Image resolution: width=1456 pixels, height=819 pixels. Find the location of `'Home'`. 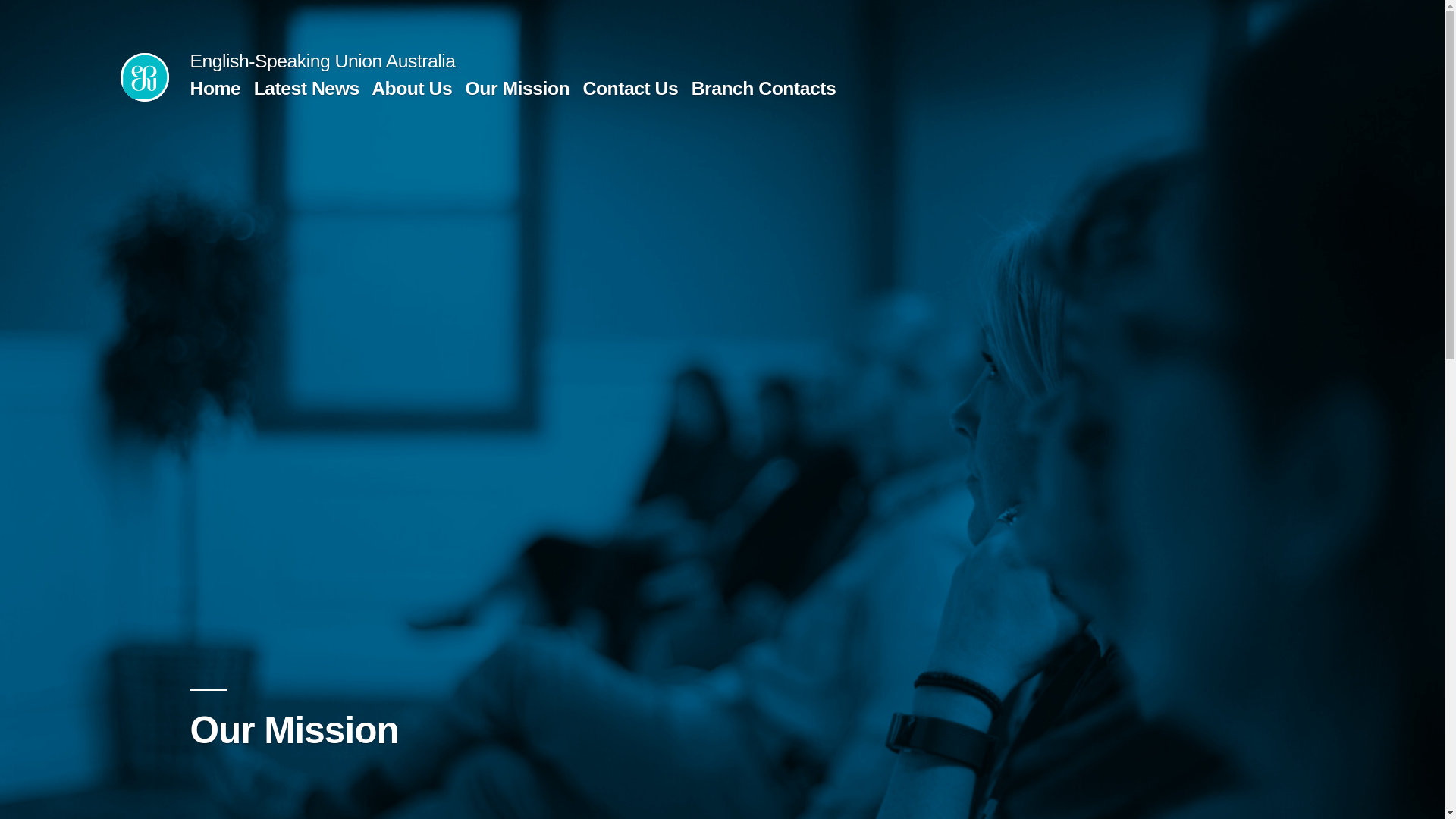

'Home' is located at coordinates (214, 88).